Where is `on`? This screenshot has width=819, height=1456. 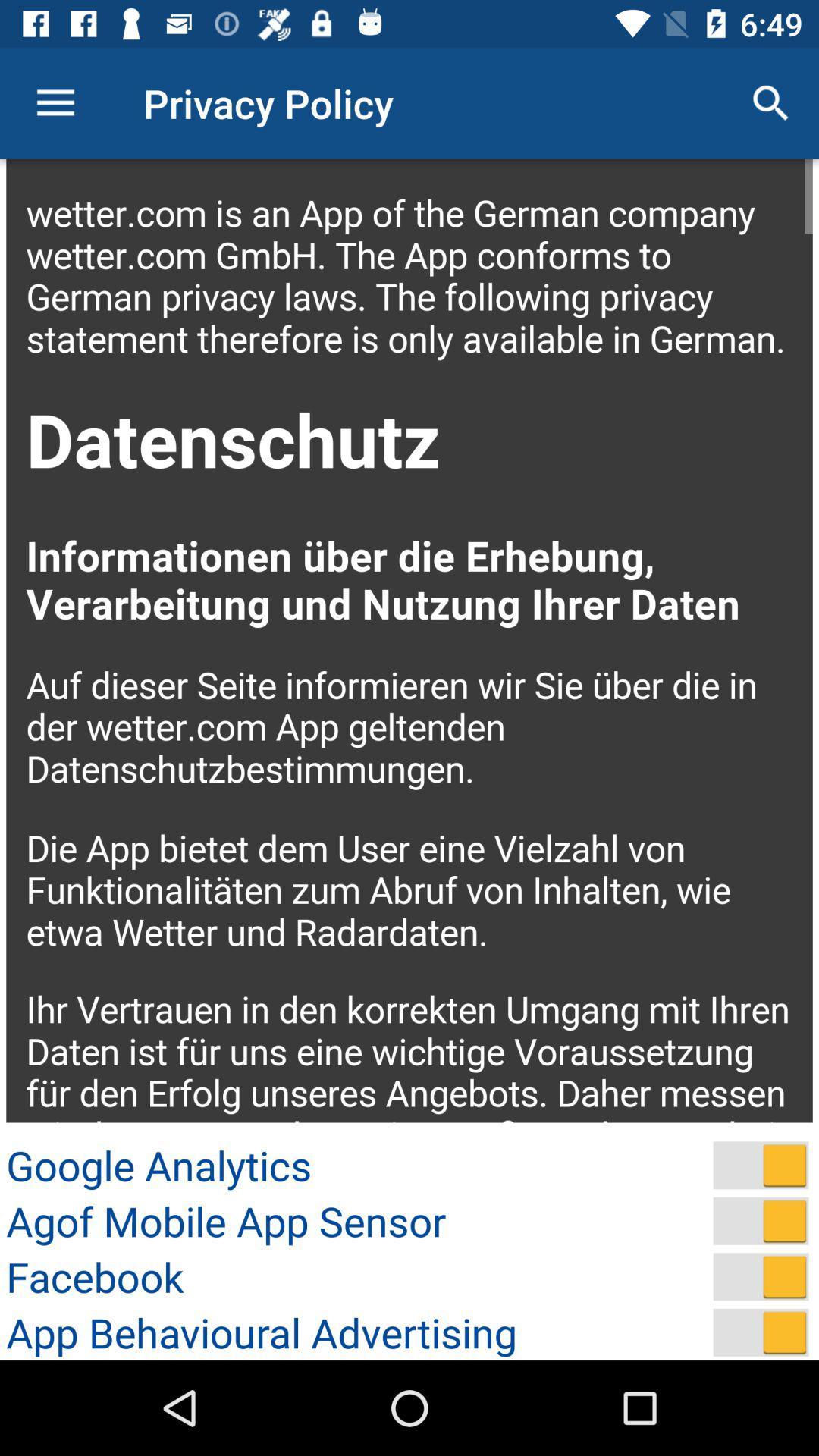 on is located at coordinates (761, 1276).